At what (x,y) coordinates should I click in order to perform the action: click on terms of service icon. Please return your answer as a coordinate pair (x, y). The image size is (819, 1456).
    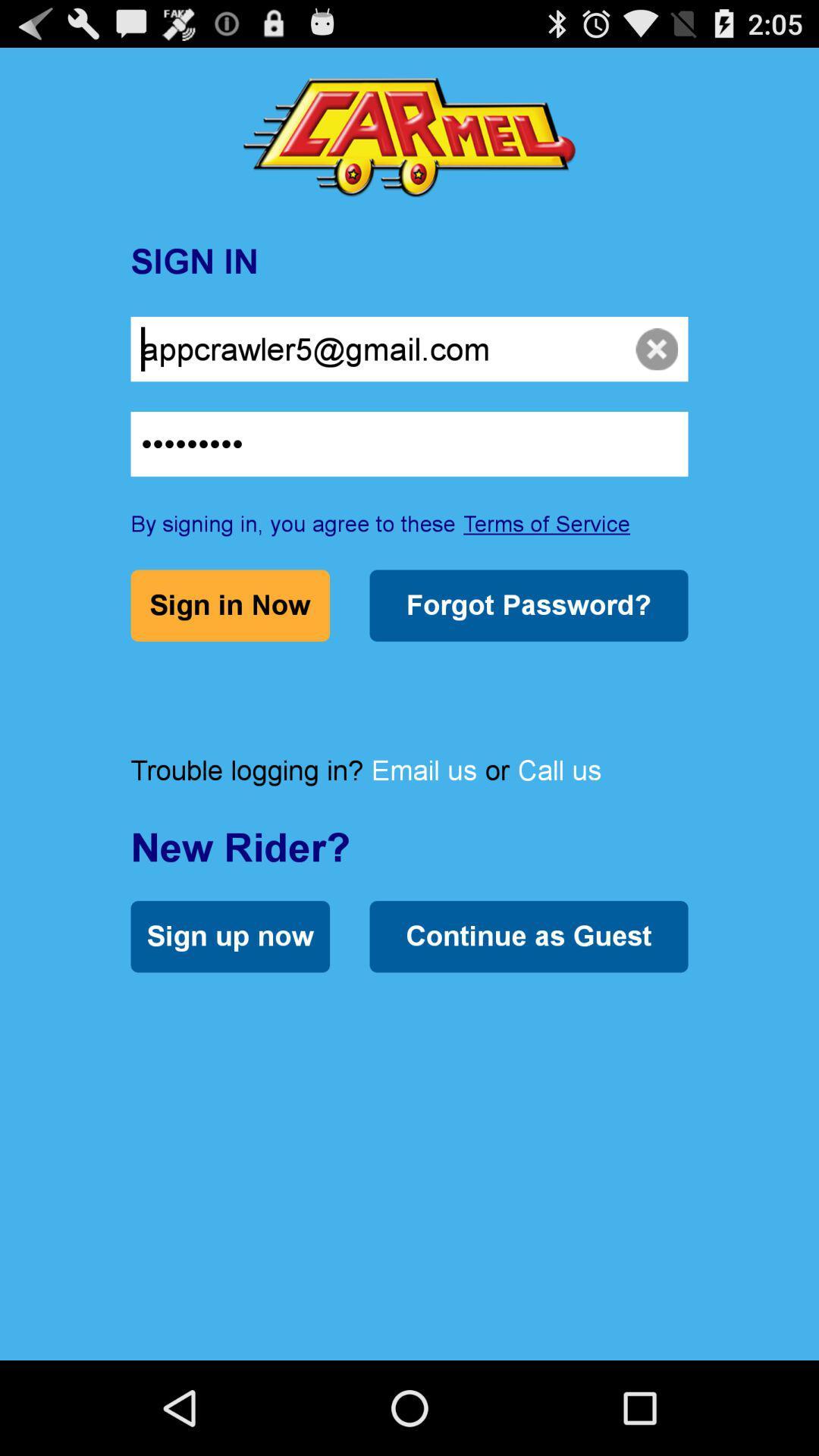
    Looking at the image, I should click on (547, 523).